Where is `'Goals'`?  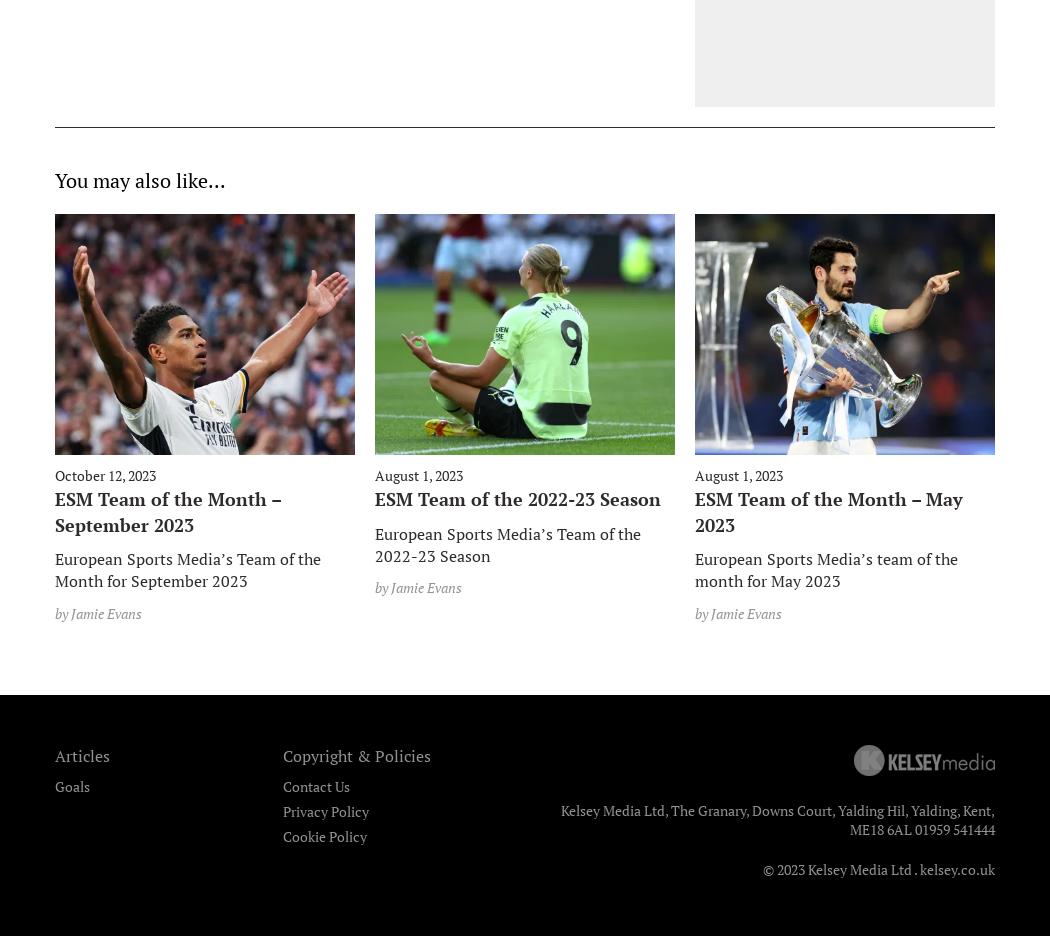 'Goals' is located at coordinates (71, 785).